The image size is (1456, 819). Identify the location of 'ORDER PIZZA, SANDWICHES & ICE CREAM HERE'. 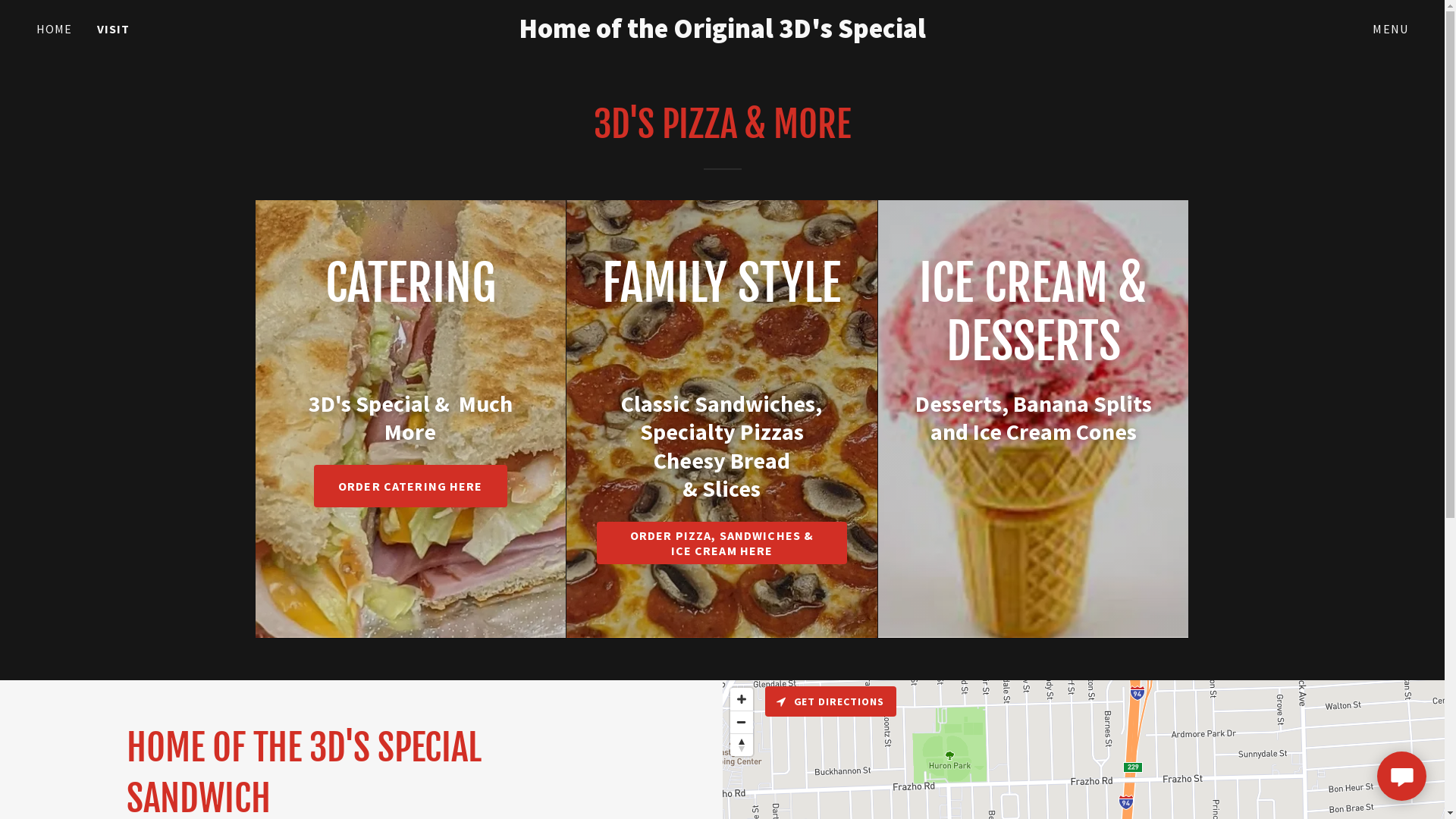
(720, 542).